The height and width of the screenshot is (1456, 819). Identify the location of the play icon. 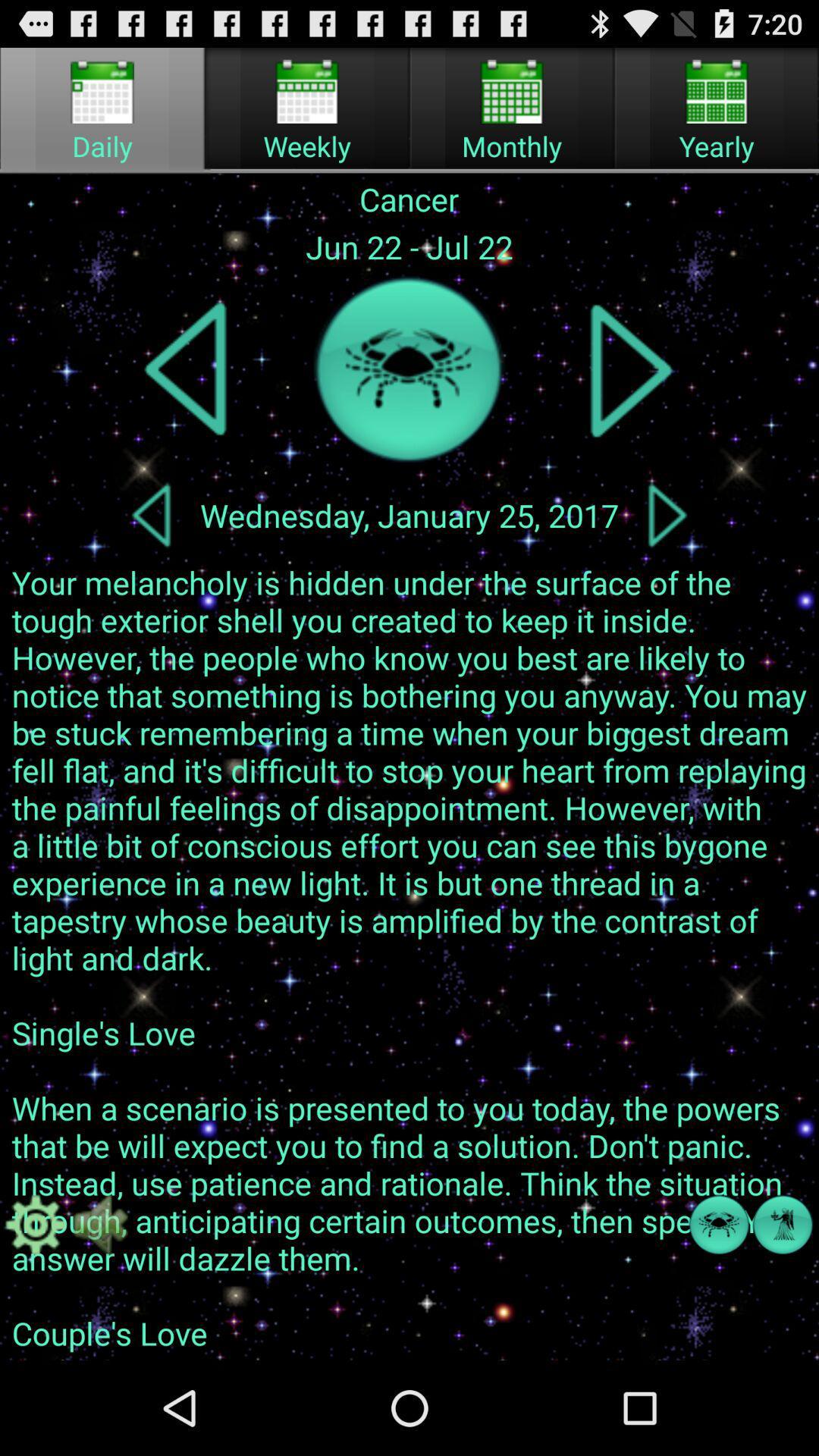
(631, 396).